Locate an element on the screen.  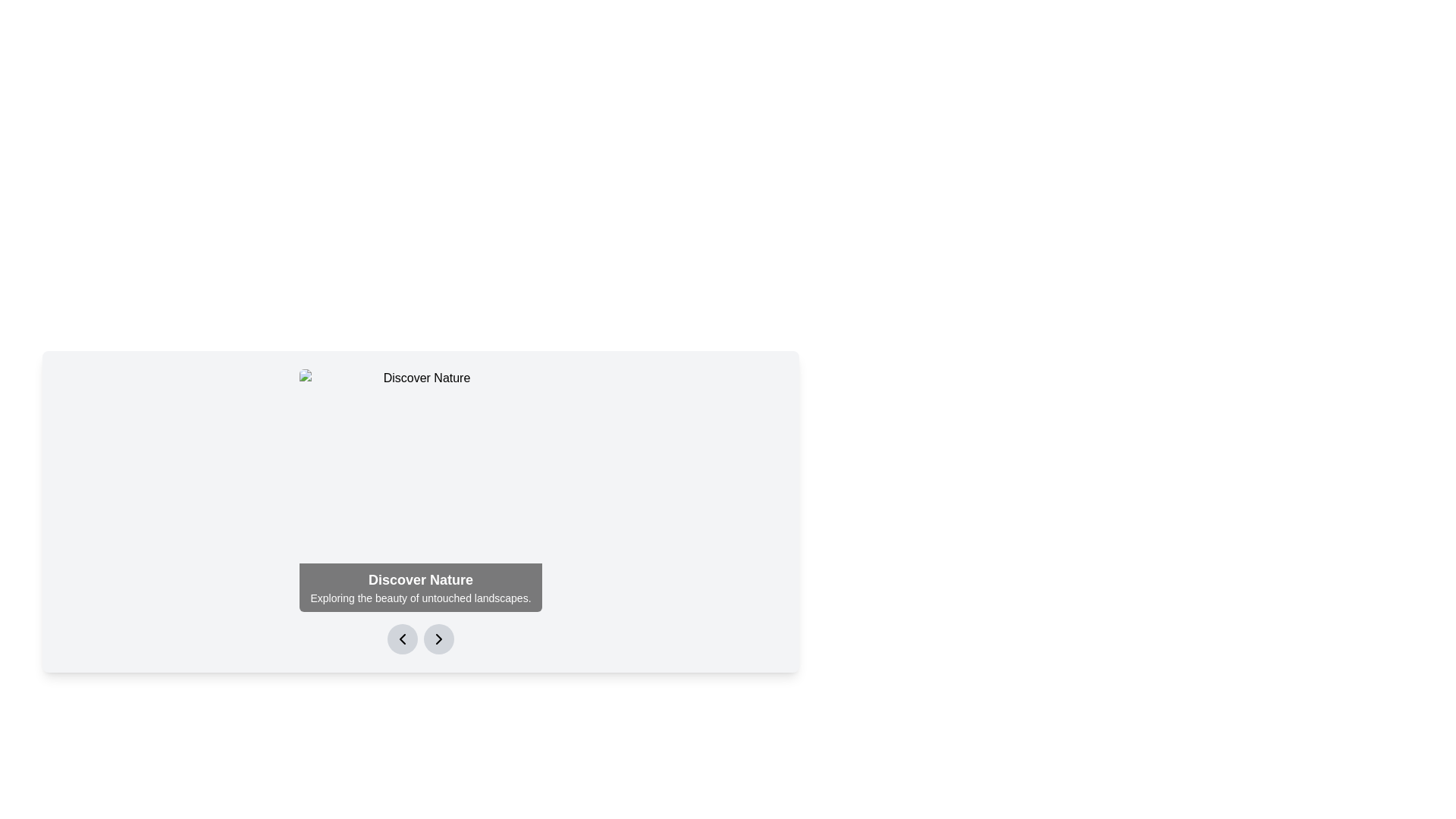
the Chevron arrow icon within the circular button located at the bottom right of the interface to activate any hover effects is located at coordinates (438, 639).